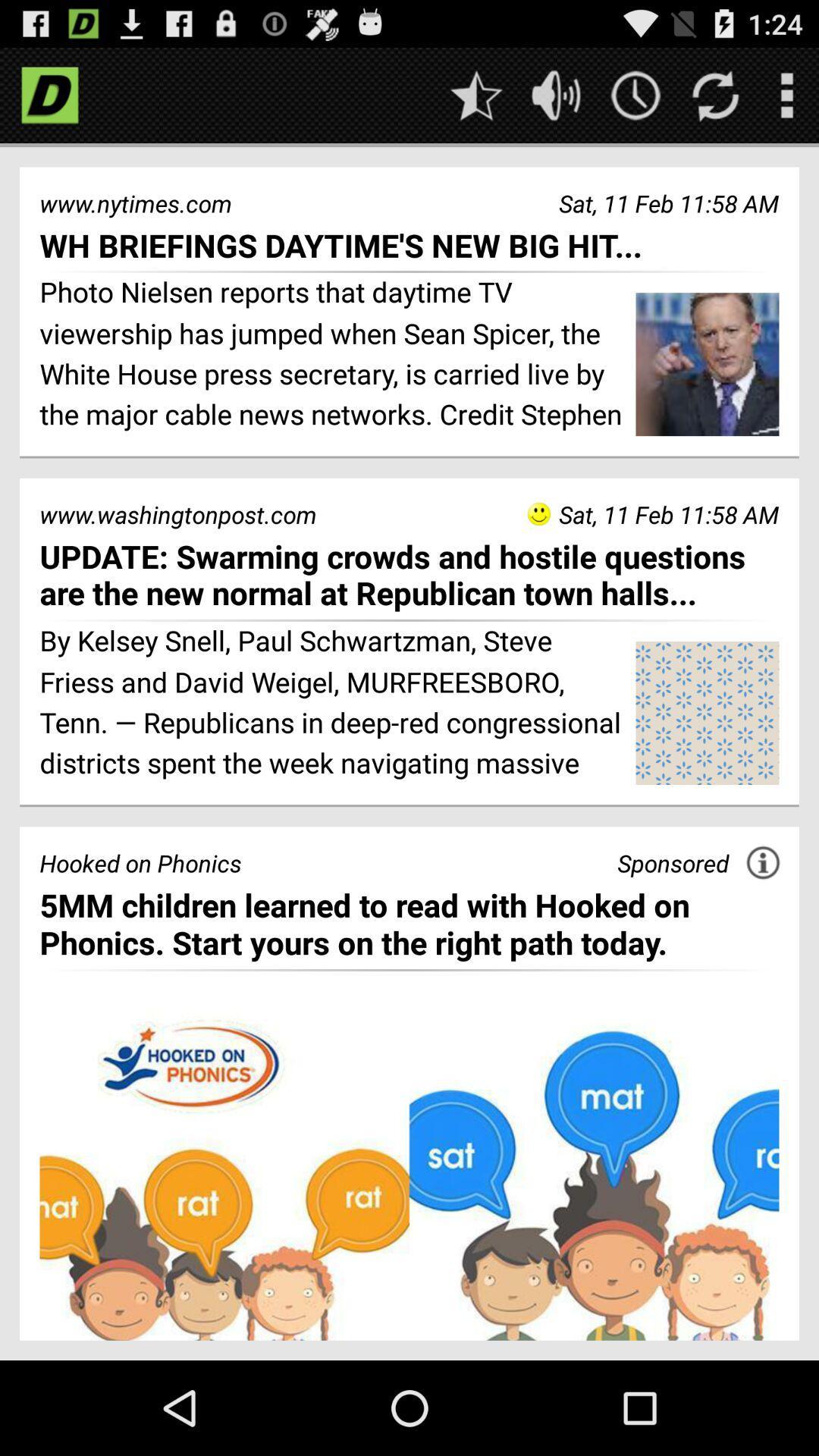  Describe the element at coordinates (715, 94) in the screenshot. I see `refresh page` at that location.